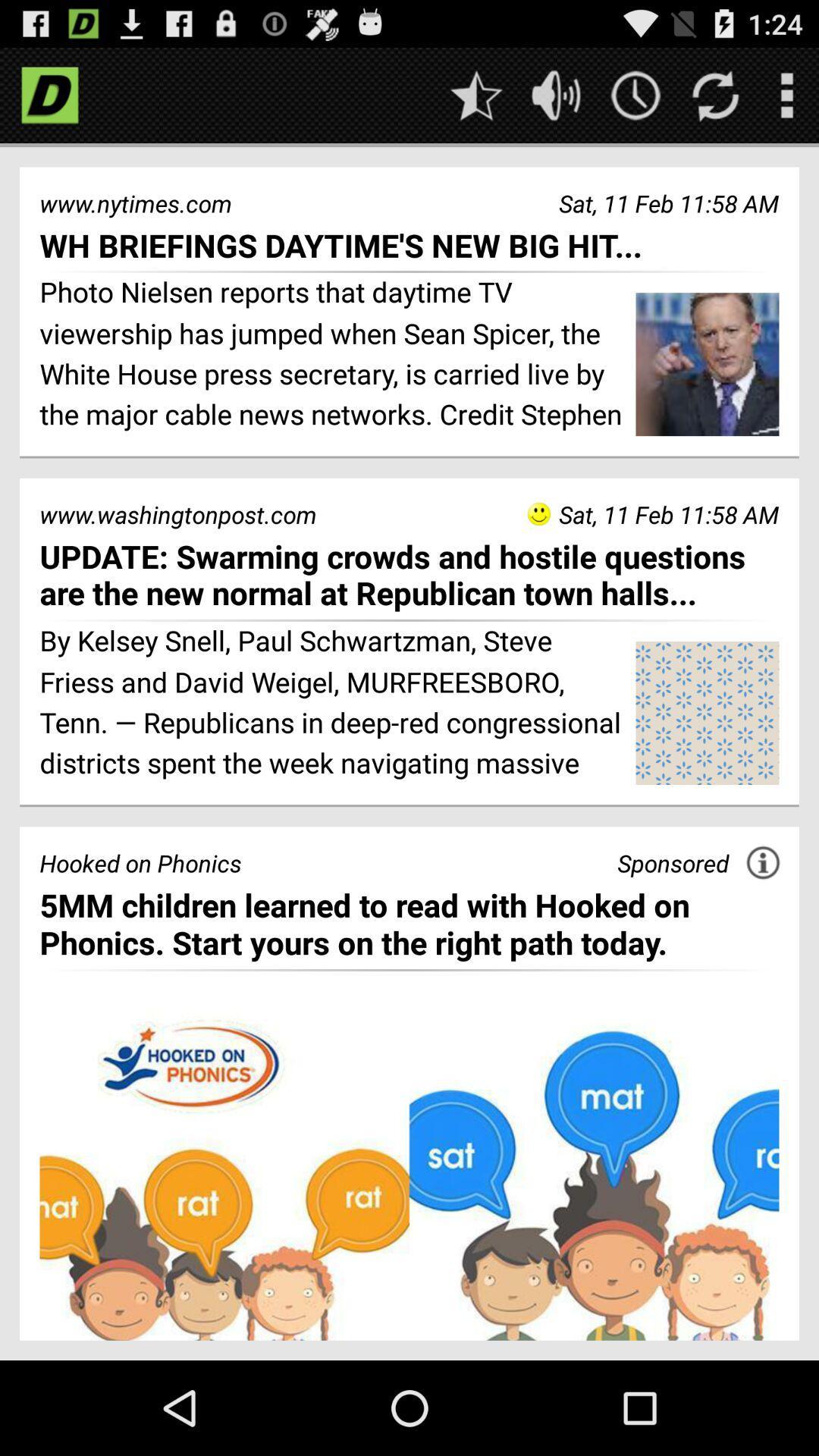  Describe the element at coordinates (715, 94) in the screenshot. I see `refresh page` at that location.